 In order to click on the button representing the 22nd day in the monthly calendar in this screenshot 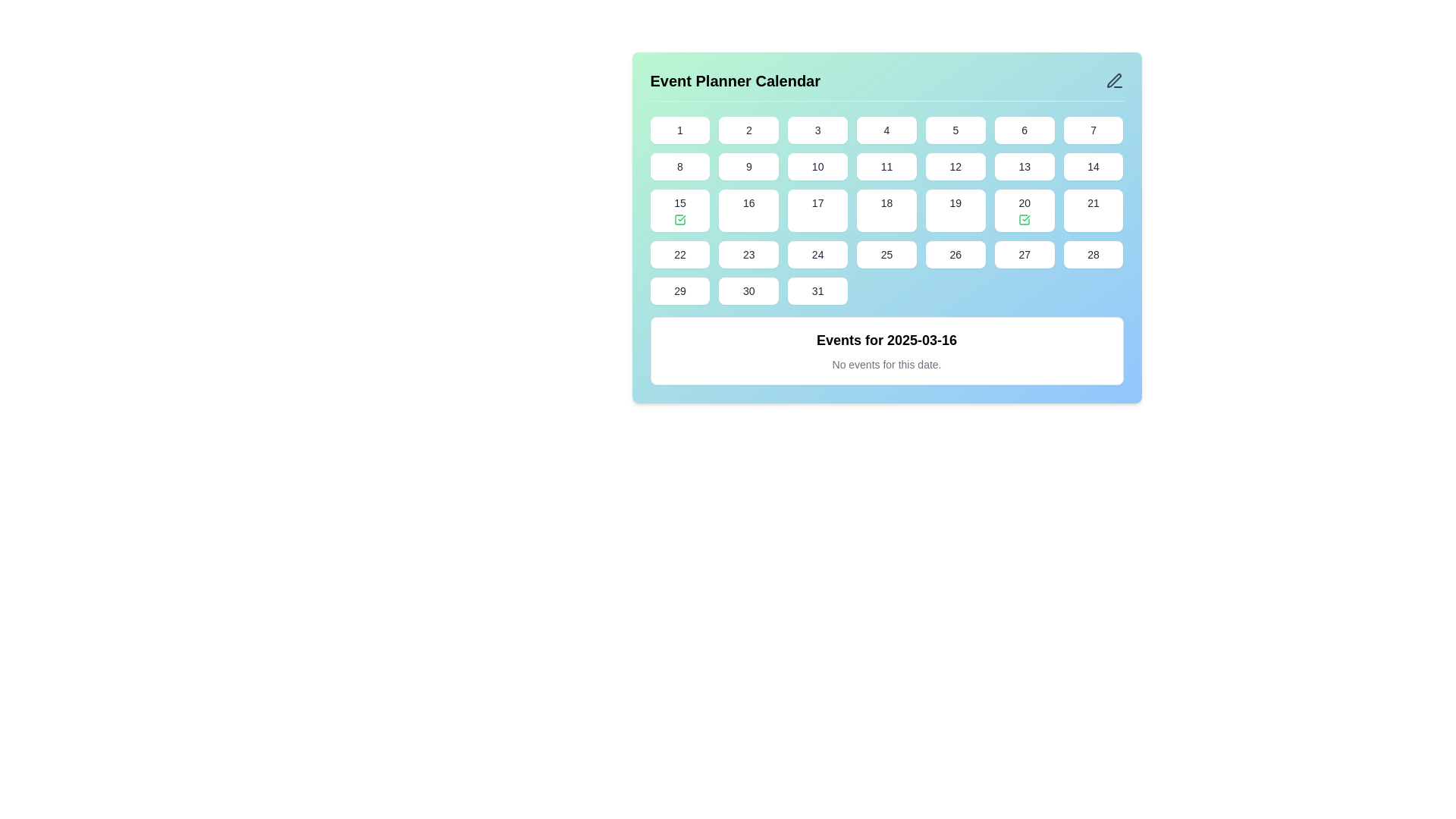, I will do `click(679, 253)`.